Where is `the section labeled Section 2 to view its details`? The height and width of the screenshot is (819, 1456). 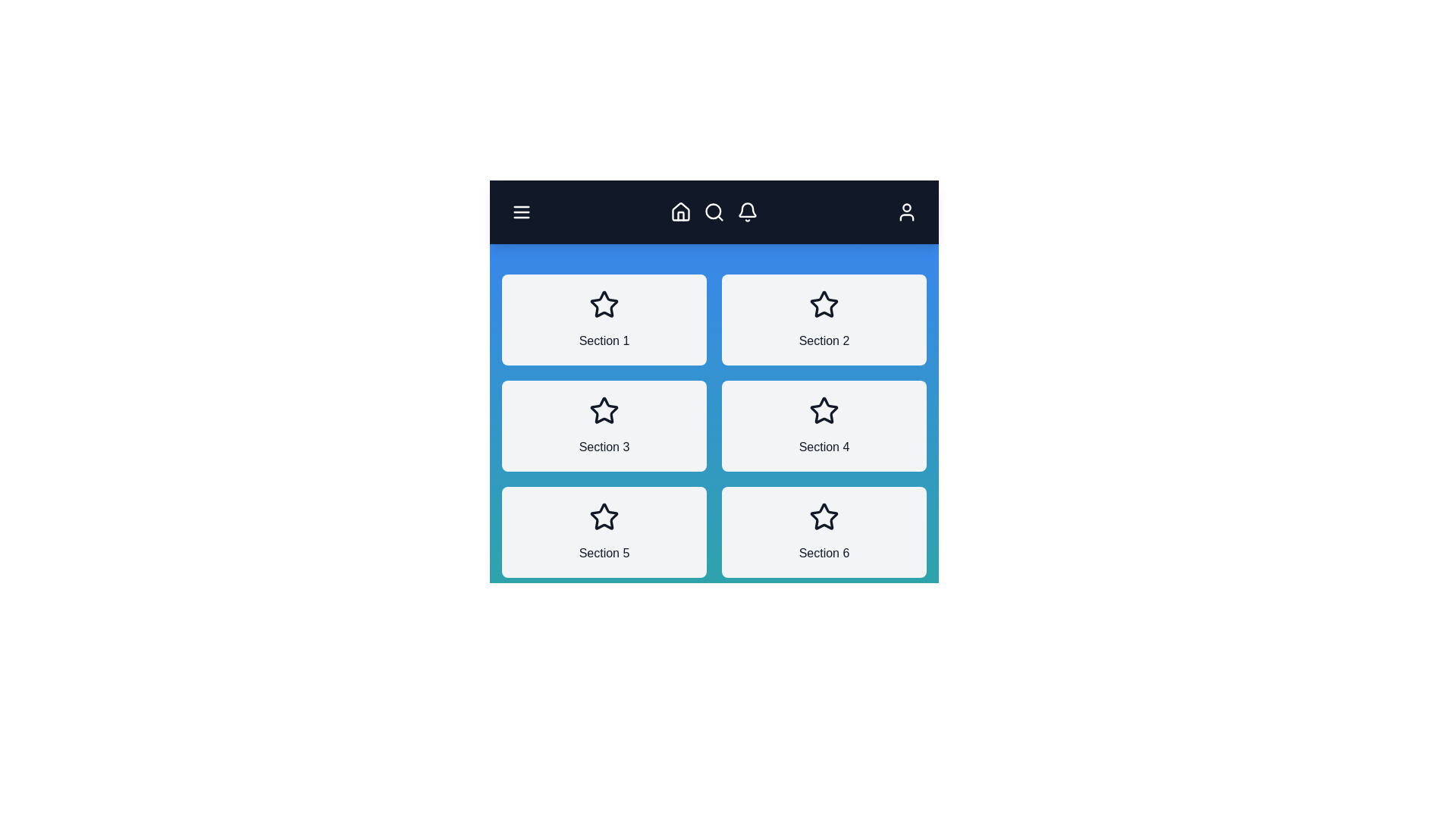
the section labeled Section 2 to view its details is located at coordinates (823, 318).